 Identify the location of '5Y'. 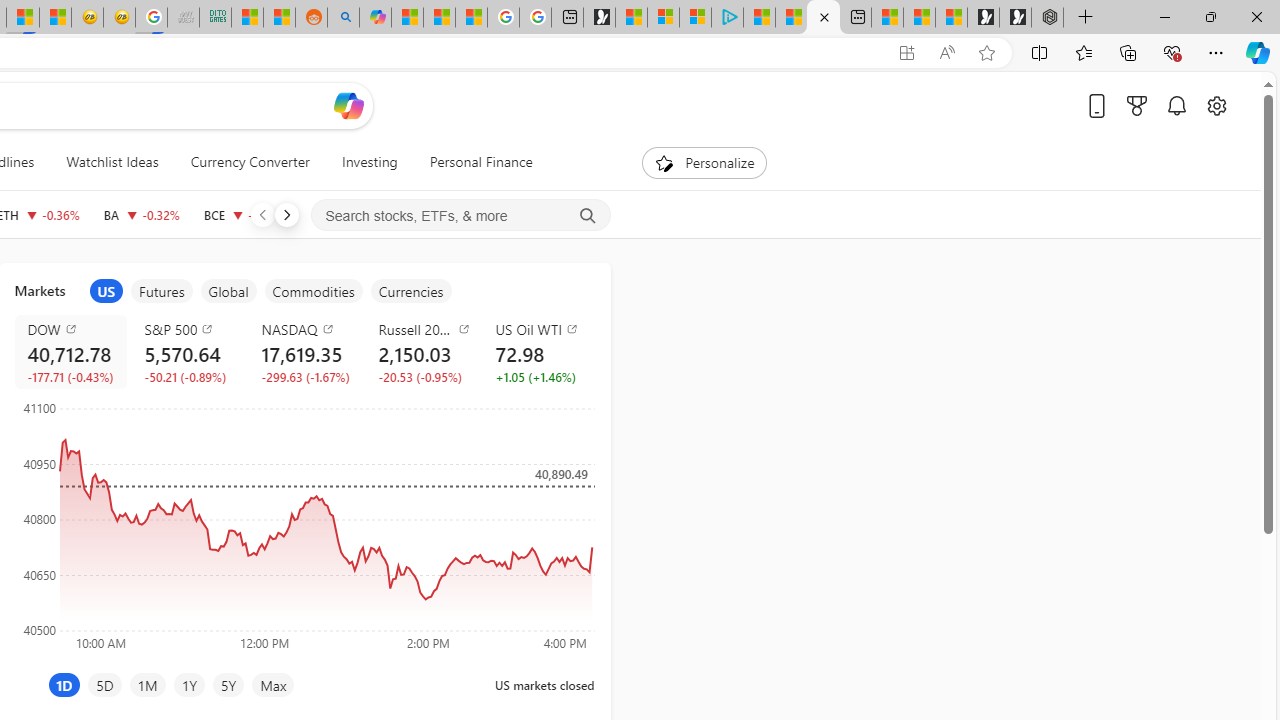
(228, 684).